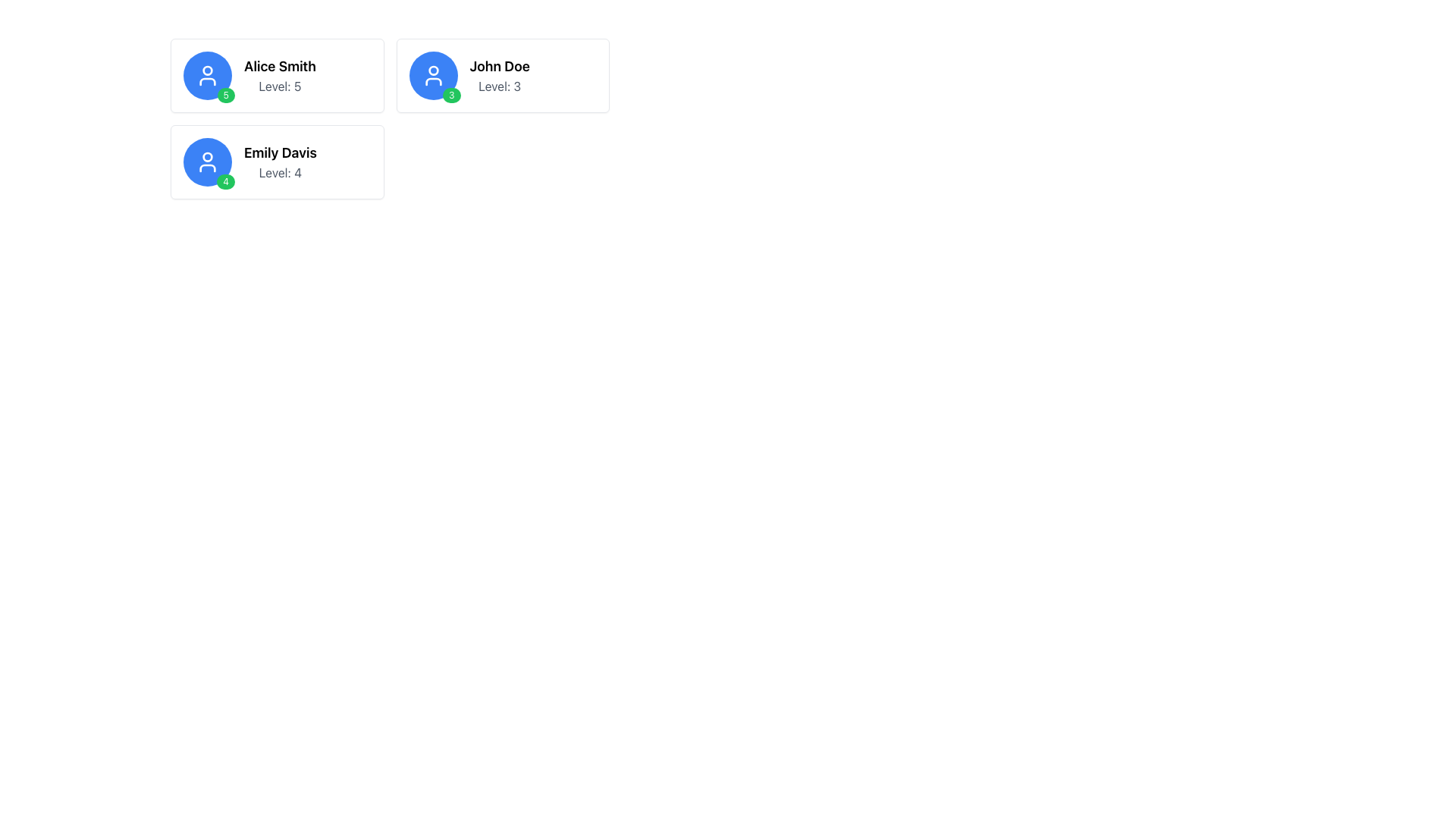 This screenshot has height=819, width=1456. Describe the element at coordinates (500, 76) in the screenshot. I see `text block displaying the name 'John Doe' and the level 'Level: 3' within the card layout, located at the top-right of the interface` at that location.